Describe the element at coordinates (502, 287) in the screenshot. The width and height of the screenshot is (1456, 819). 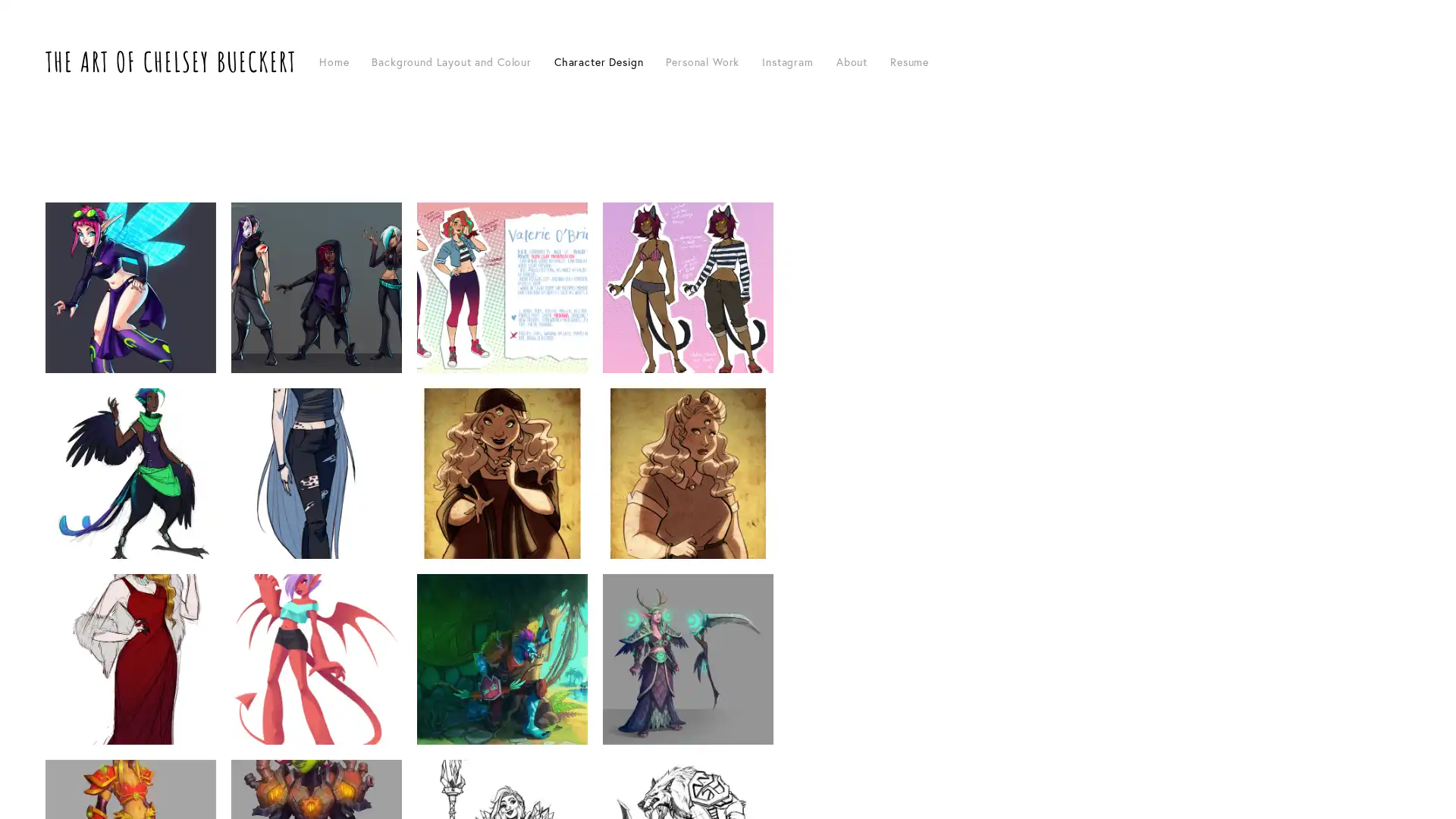
I see `View fullsize valref2.png` at that location.